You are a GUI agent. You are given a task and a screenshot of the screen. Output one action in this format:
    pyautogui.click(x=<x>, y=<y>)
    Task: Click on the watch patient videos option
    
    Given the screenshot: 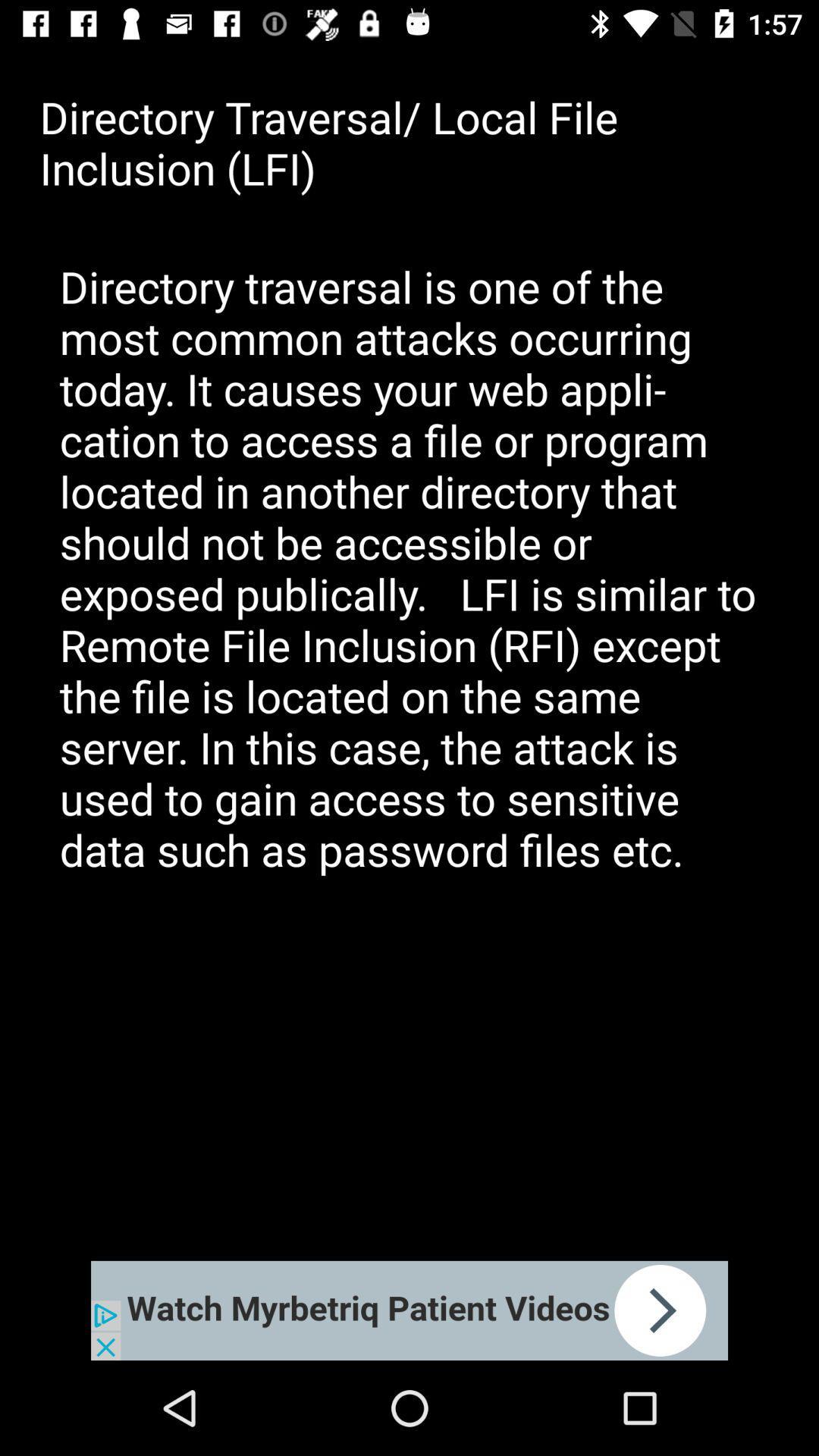 What is the action you would take?
    pyautogui.click(x=409, y=1310)
    